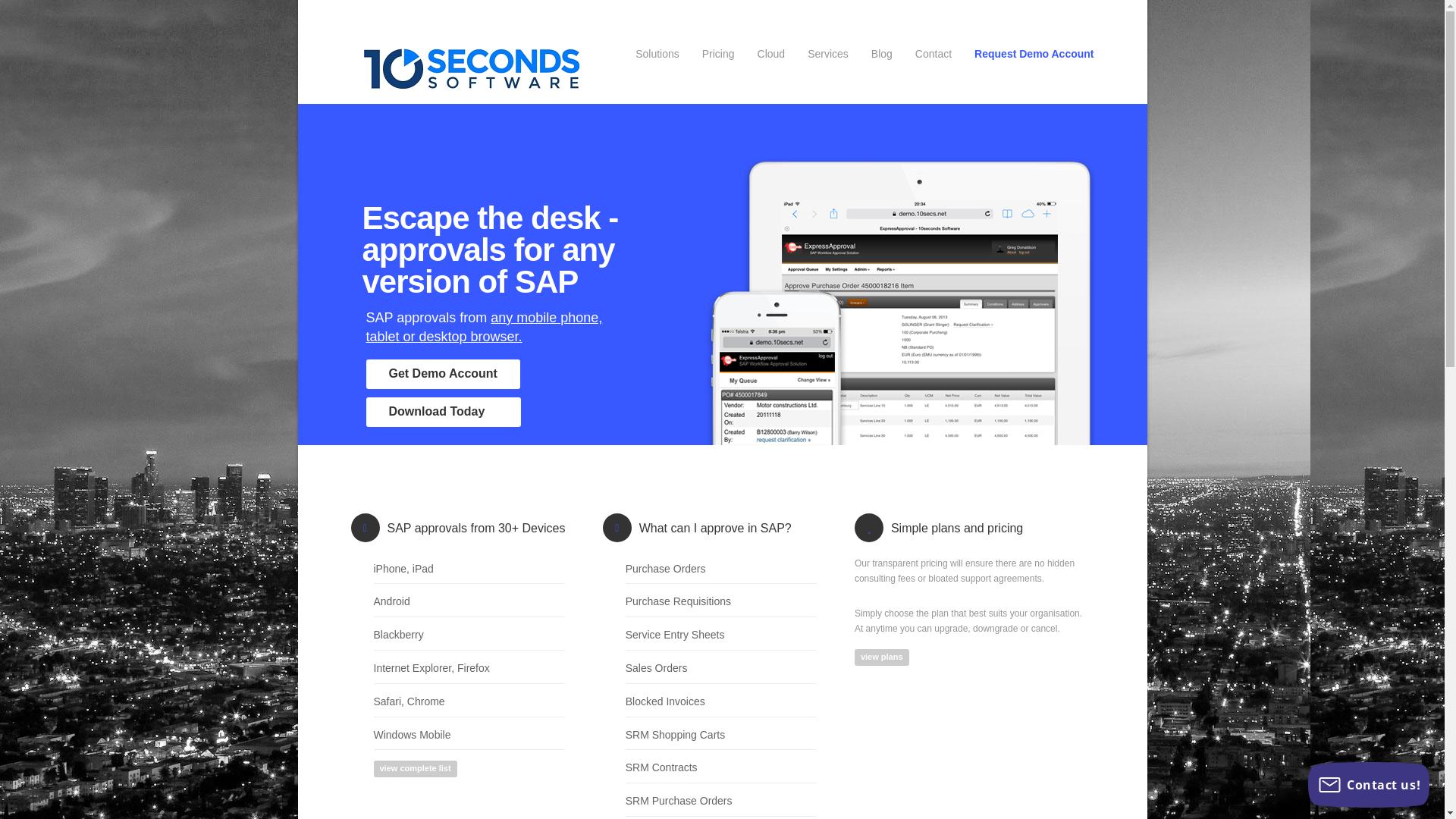 The image size is (1456, 819). Describe the element at coordinates (717, 55) in the screenshot. I see `'Pricing'` at that location.